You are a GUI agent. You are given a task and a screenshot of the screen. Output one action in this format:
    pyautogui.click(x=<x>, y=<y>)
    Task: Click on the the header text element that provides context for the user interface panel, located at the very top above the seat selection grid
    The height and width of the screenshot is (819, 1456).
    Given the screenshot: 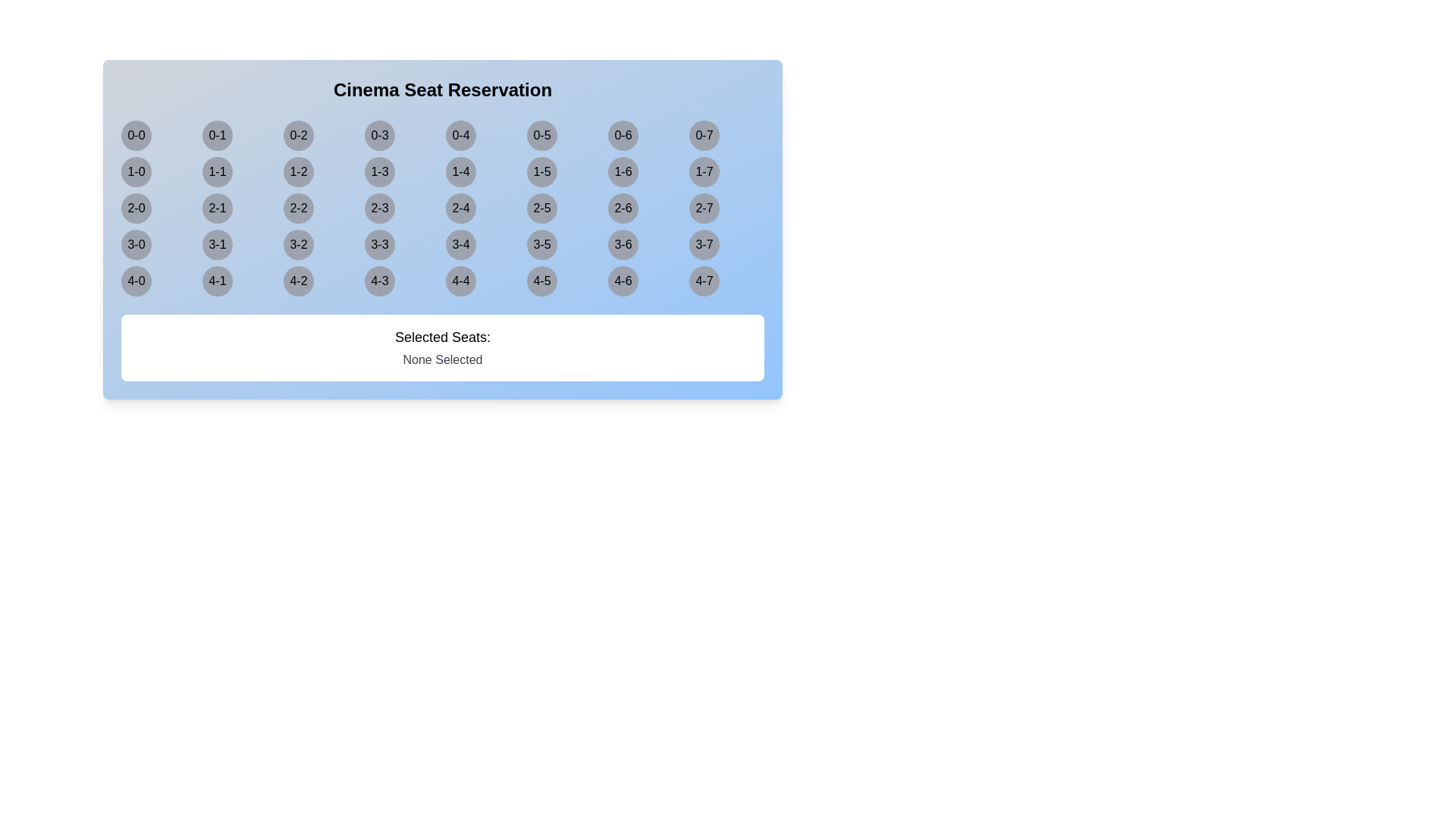 What is the action you would take?
    pyautogui.click(x=442, y=90)
    